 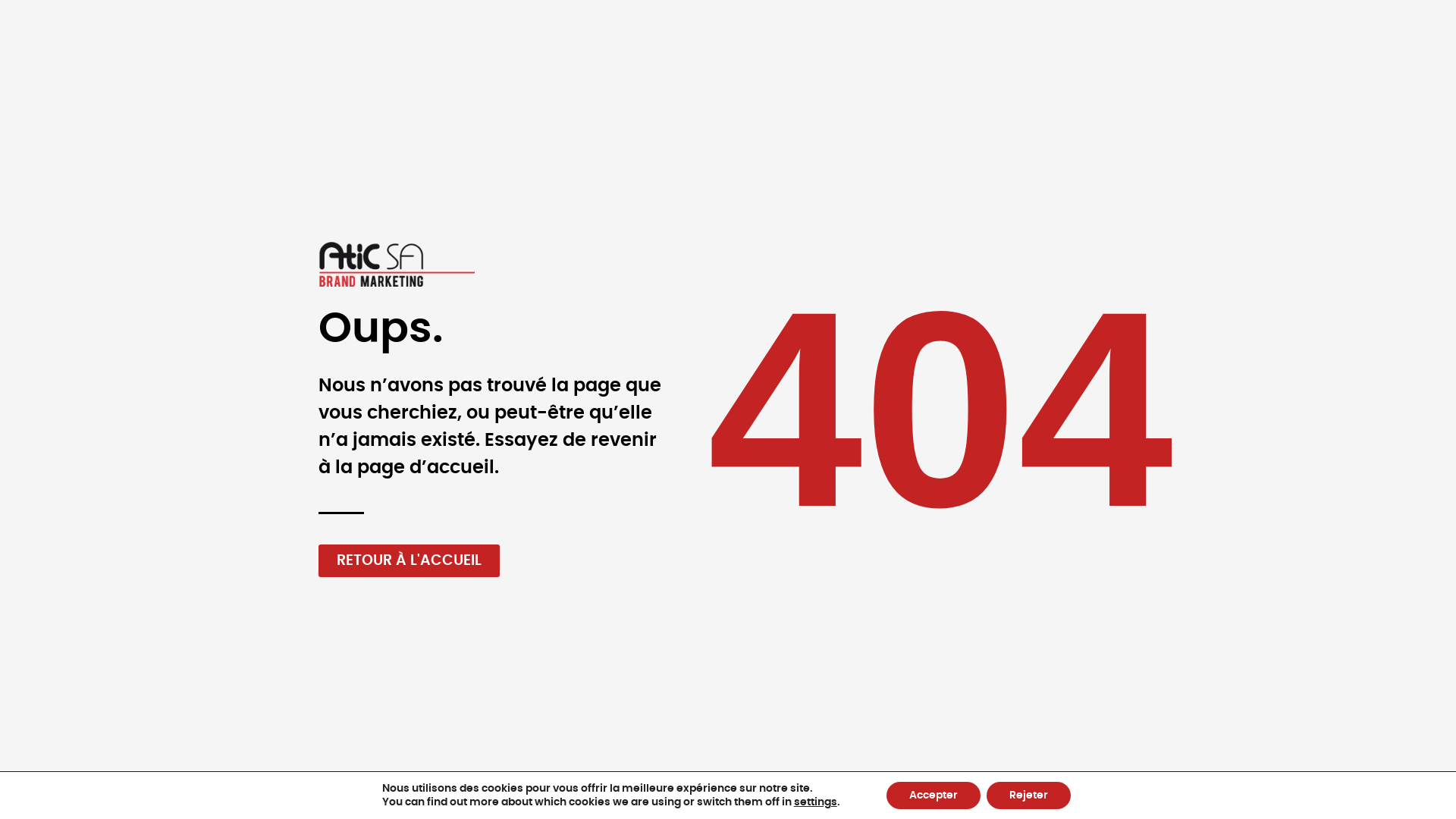 I want to click on 'Rejeter', so click(x=986, y=795).